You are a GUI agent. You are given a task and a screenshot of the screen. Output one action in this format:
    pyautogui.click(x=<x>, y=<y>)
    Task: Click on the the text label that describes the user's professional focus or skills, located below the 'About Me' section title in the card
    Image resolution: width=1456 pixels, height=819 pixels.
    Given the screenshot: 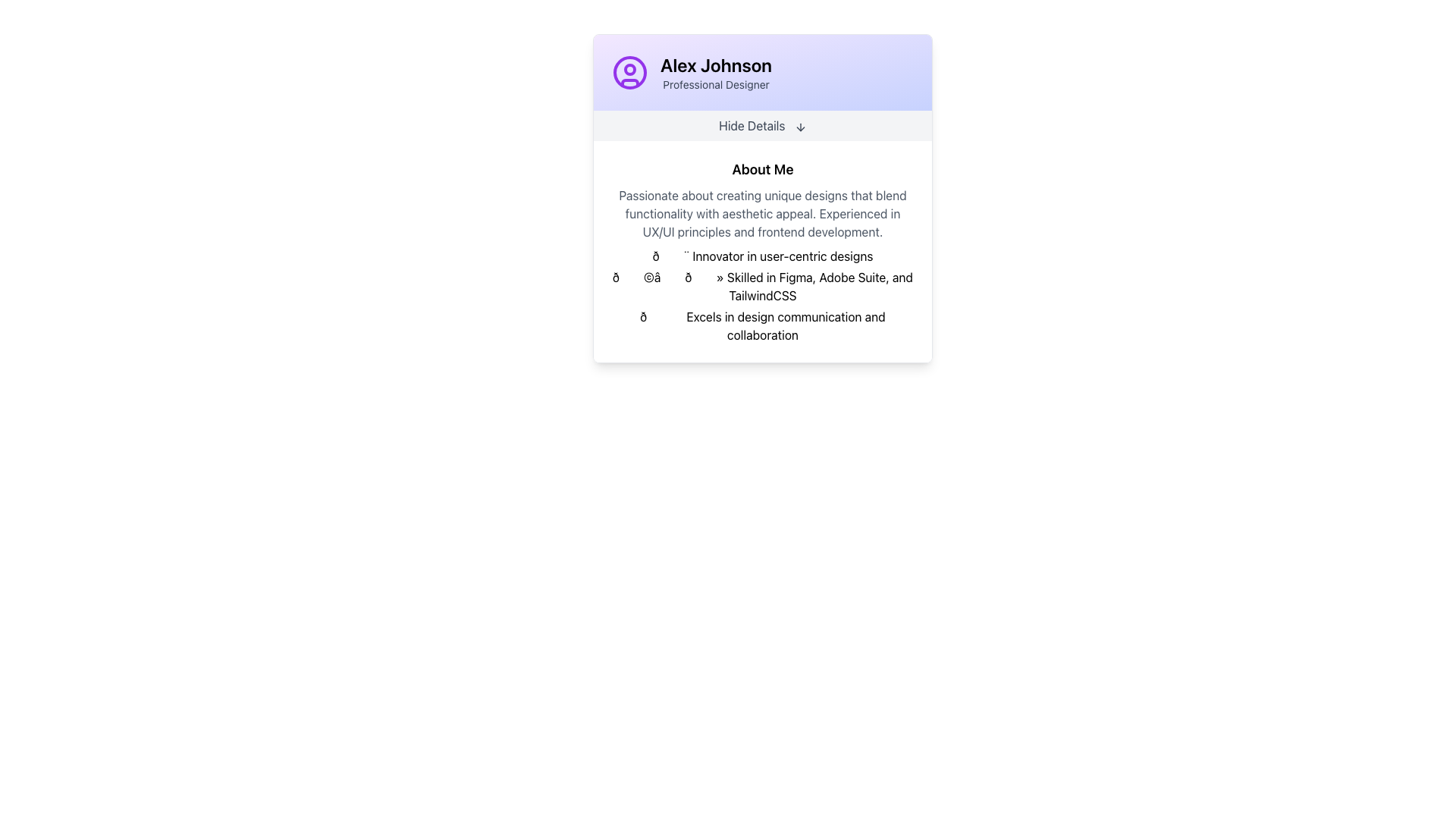 What is the action you would take?
    pyautogui.click(x=763, y=256)
    